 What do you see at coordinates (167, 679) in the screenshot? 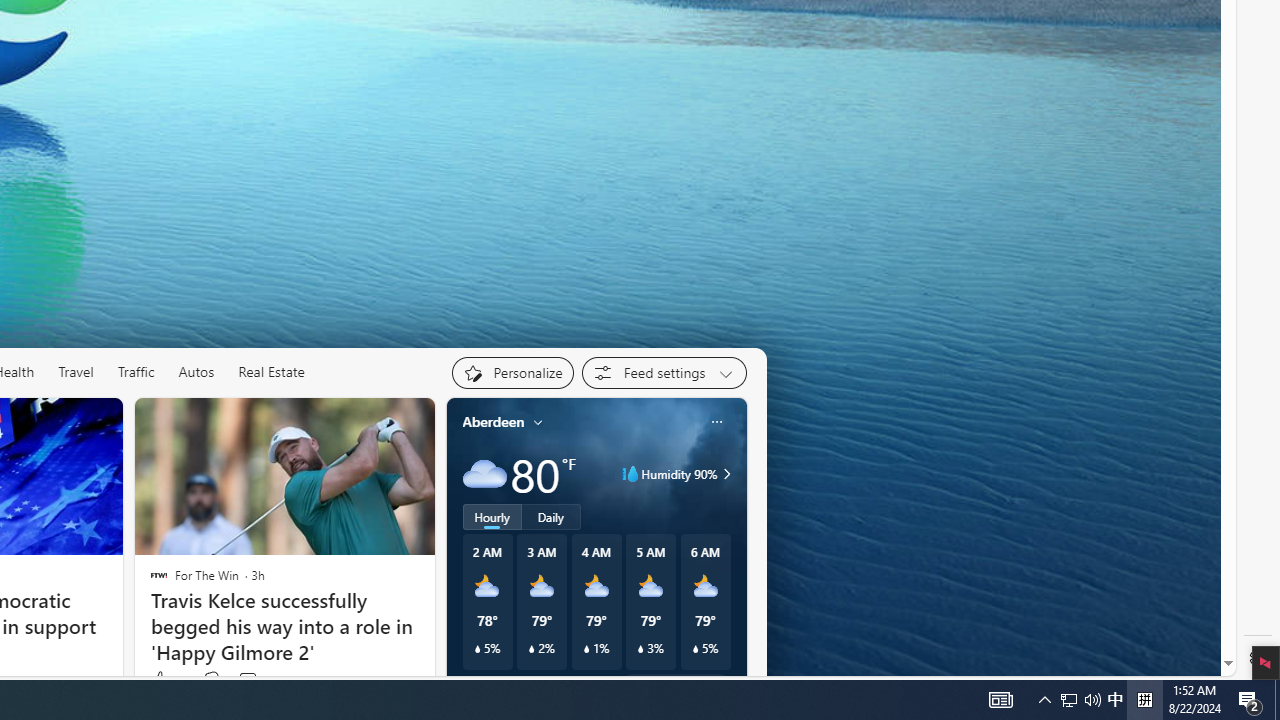
I see `'47 Like'` at bounding box center [167, 679].